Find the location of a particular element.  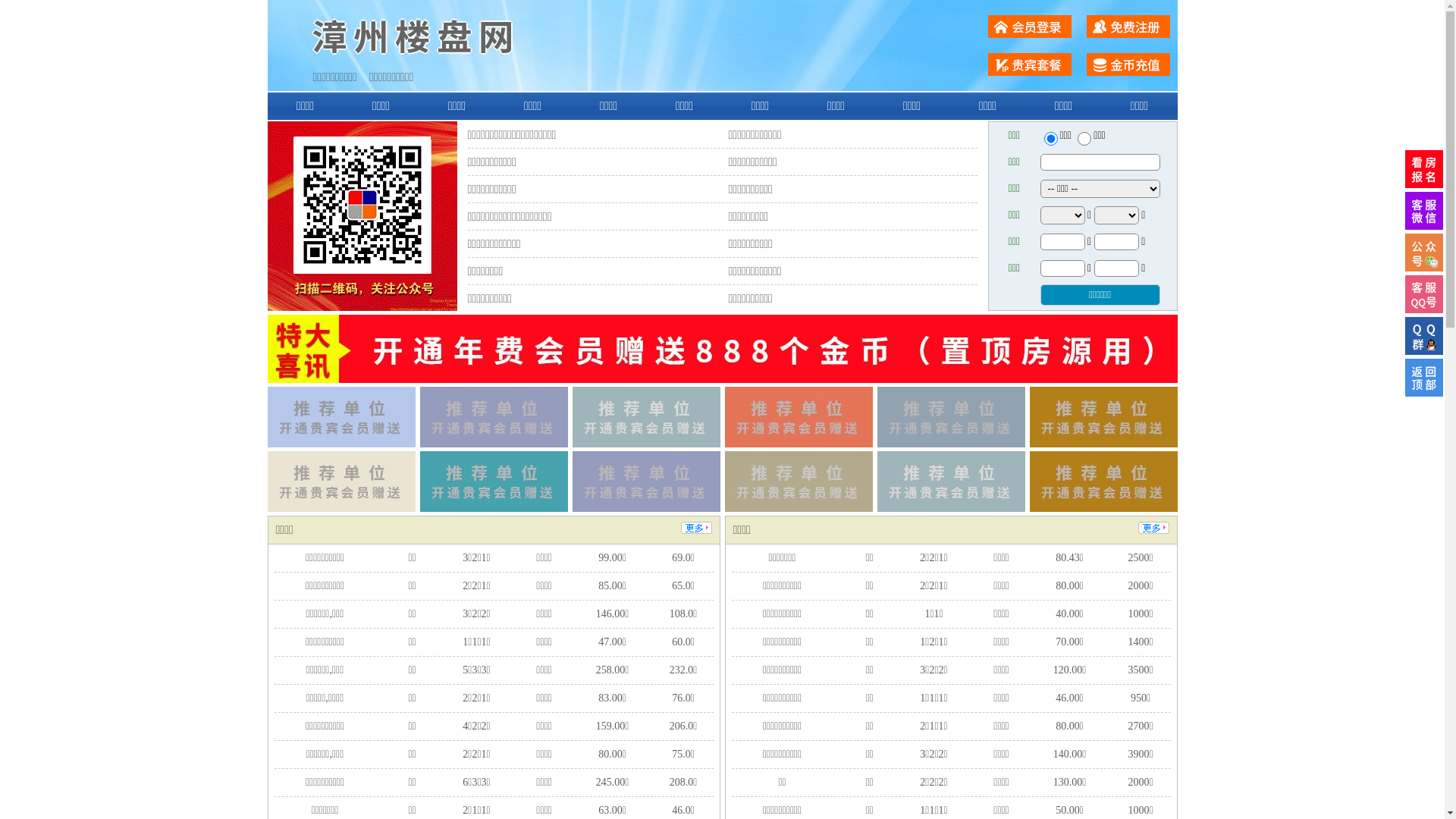

'ershou' is located at coordinates (1043, 138).